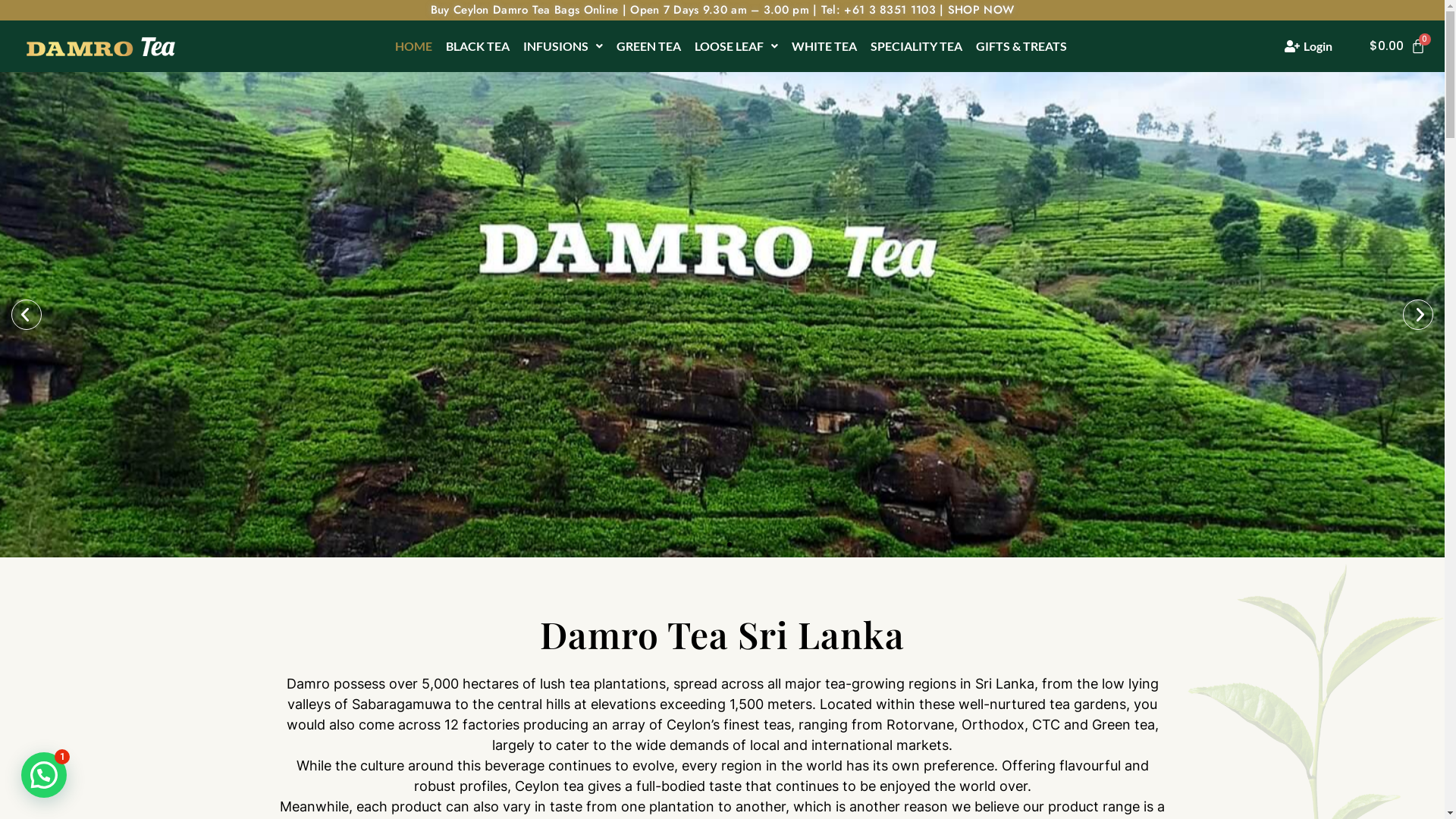  I want to click on '$0.00', so click(1397, 45).